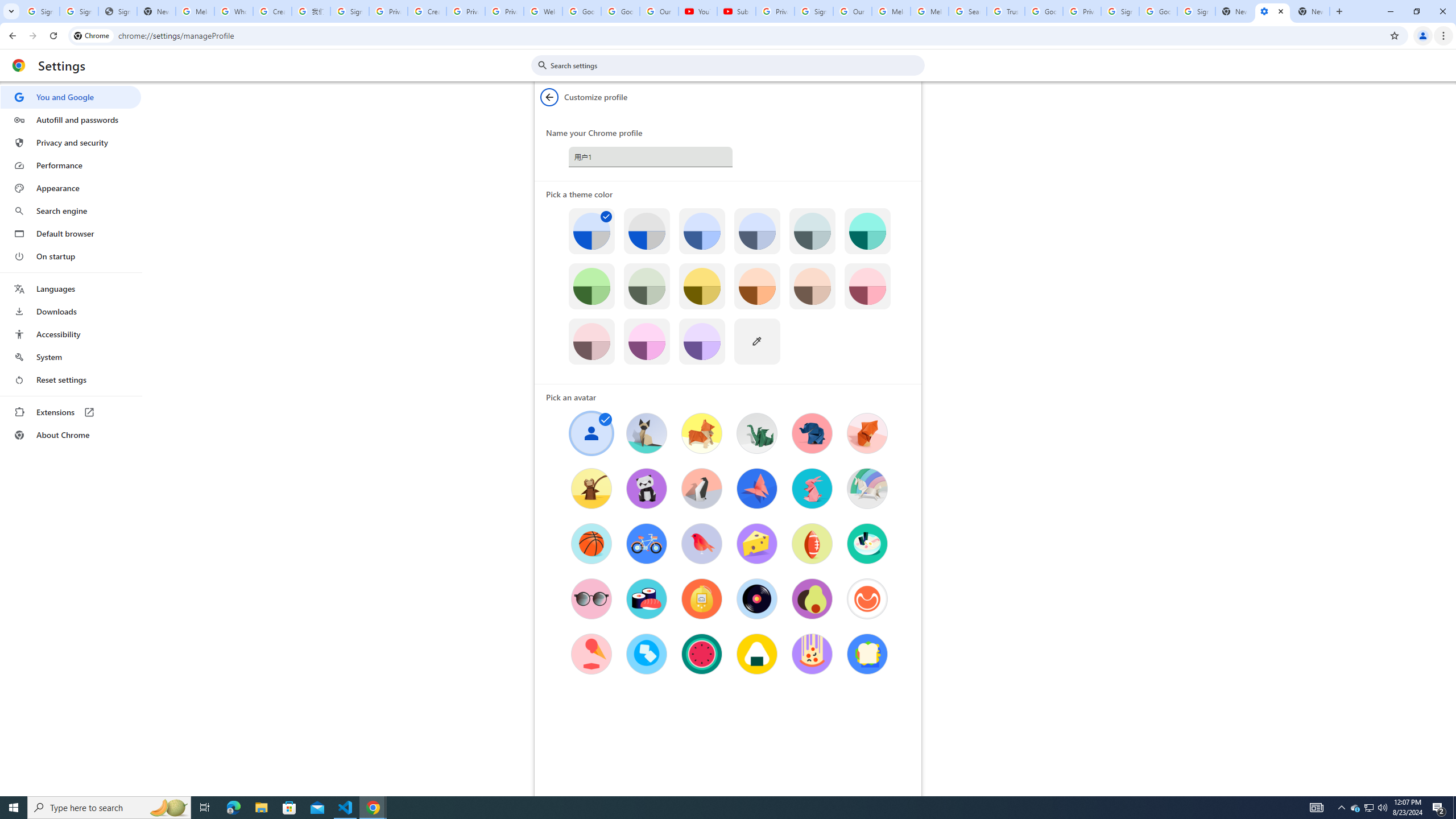 This screenshot has width=1456, height=819. I want to click on 'Search our Doodle Library Collection - Google Doodles', so click(967, 11).